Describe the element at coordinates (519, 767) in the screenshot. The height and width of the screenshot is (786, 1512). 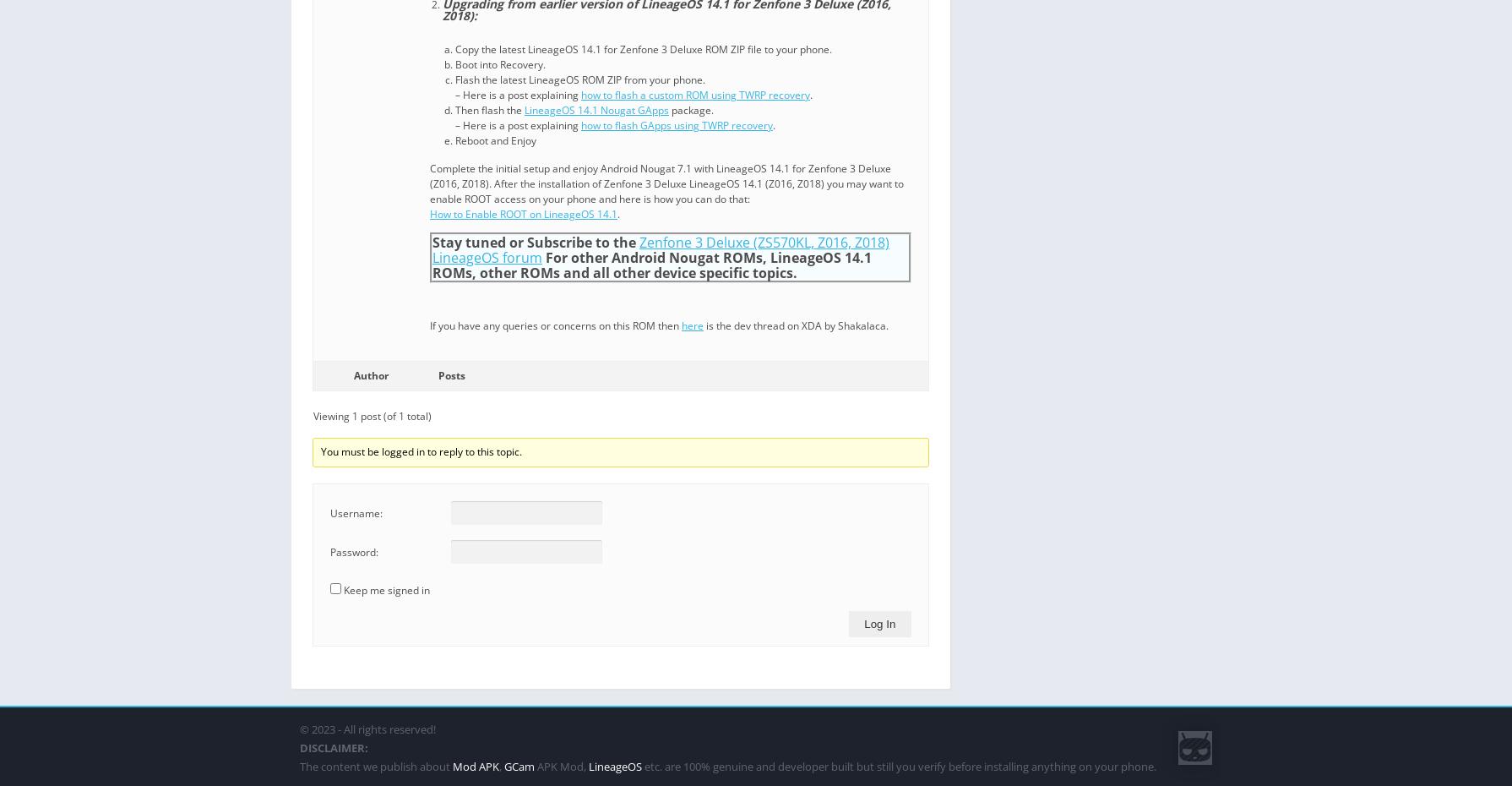
I see `'GCam'` at that location.